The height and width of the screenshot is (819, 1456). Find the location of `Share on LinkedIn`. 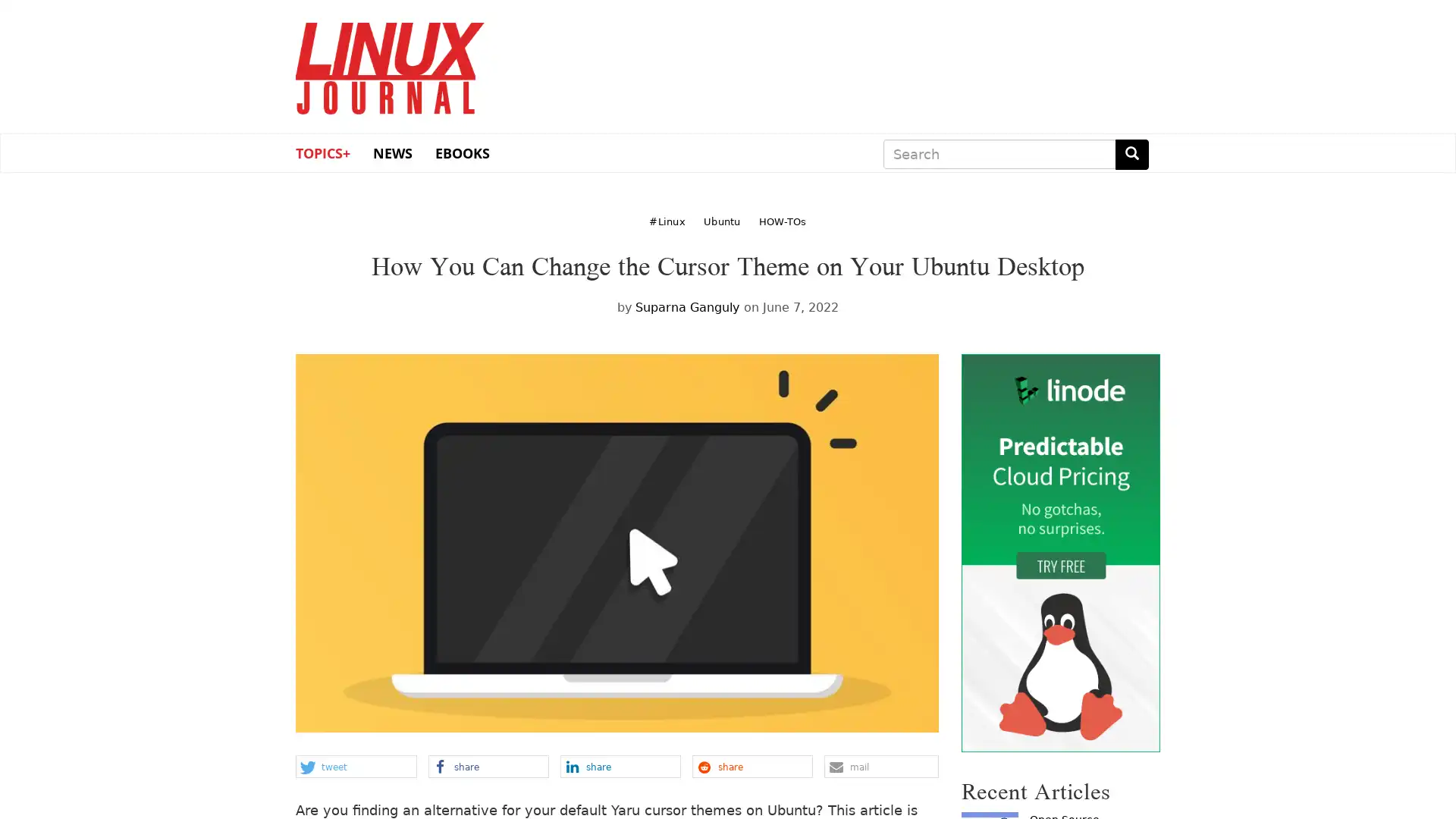

Share on LinkedIn is located at coordinates (620, 766).